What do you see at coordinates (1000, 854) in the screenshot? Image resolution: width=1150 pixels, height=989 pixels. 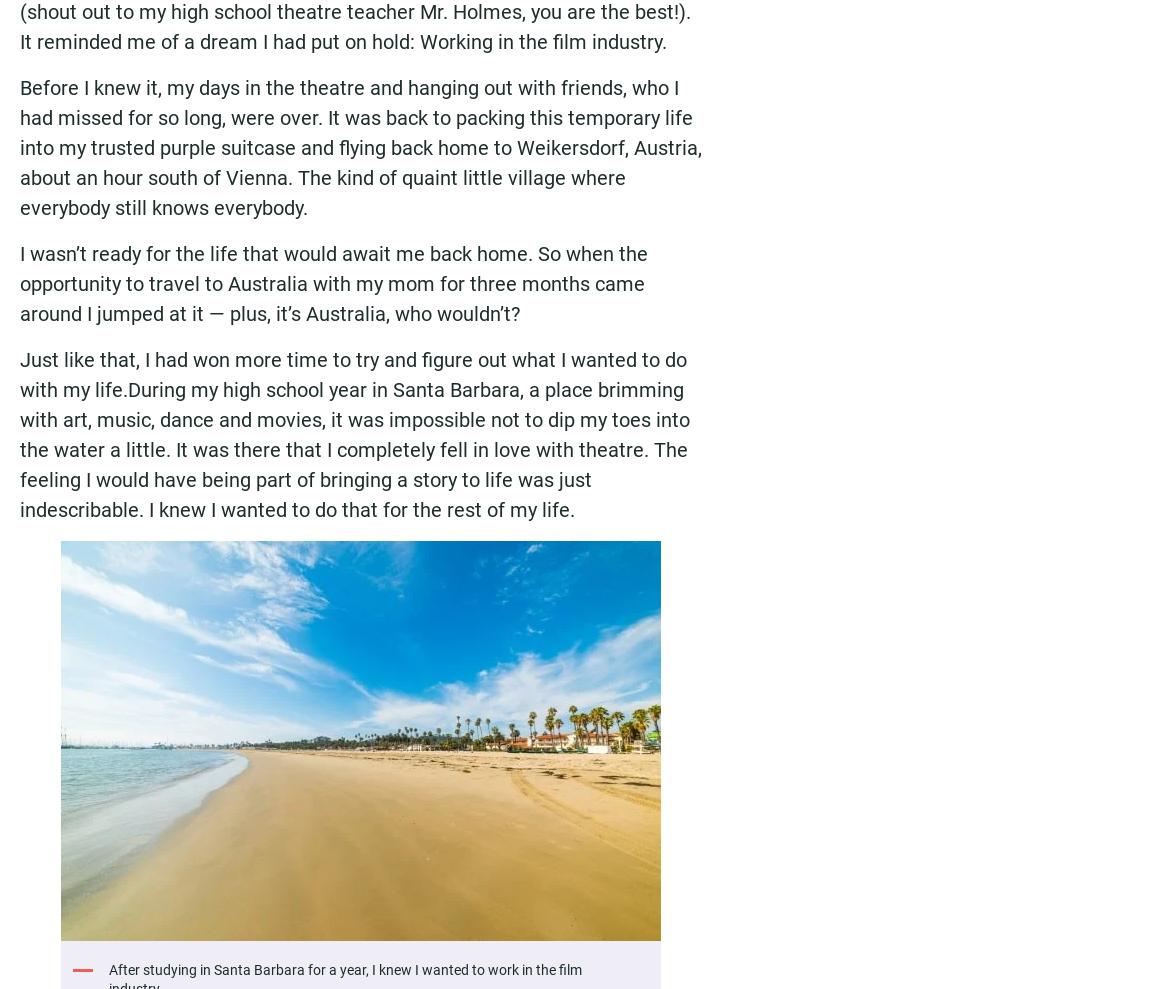 I see `'Subscribe'` at bounding box center [1000, 854].